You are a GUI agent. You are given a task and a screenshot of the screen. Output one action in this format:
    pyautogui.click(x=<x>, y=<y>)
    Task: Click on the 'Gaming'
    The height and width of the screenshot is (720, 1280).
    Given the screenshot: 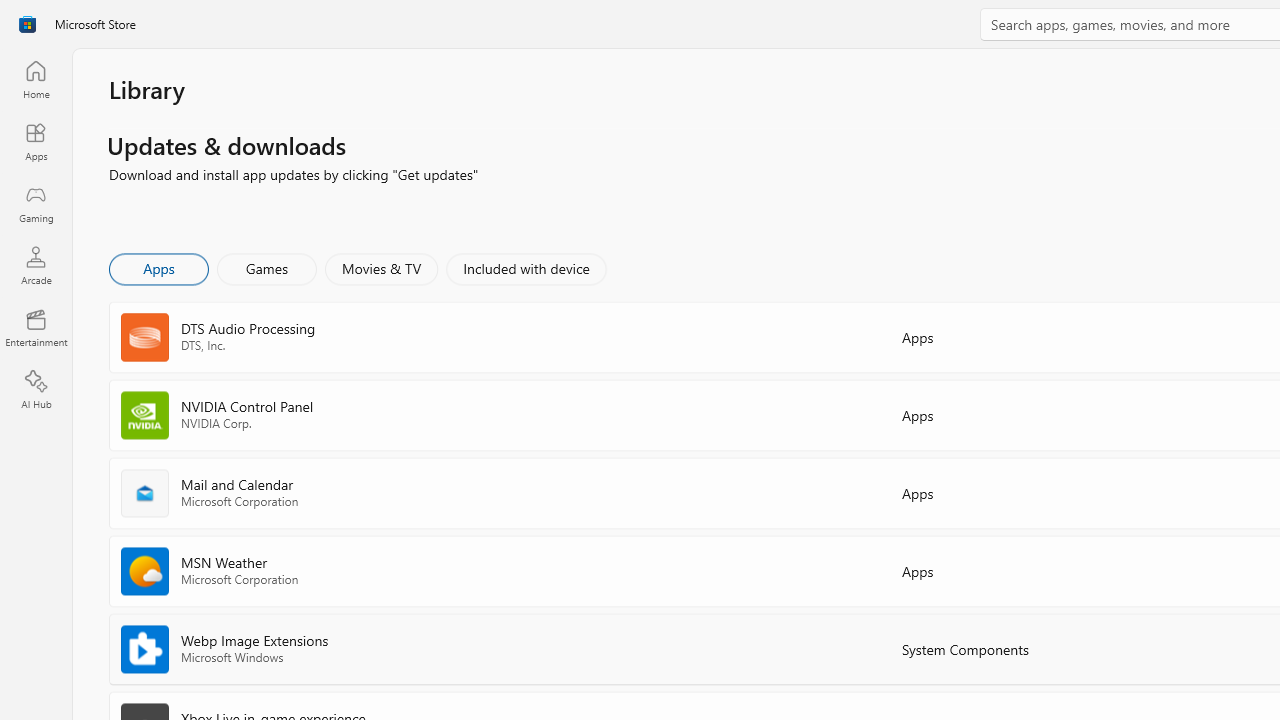 What is the action you would take?
    pyautogui.click(x=35, y=203)
    